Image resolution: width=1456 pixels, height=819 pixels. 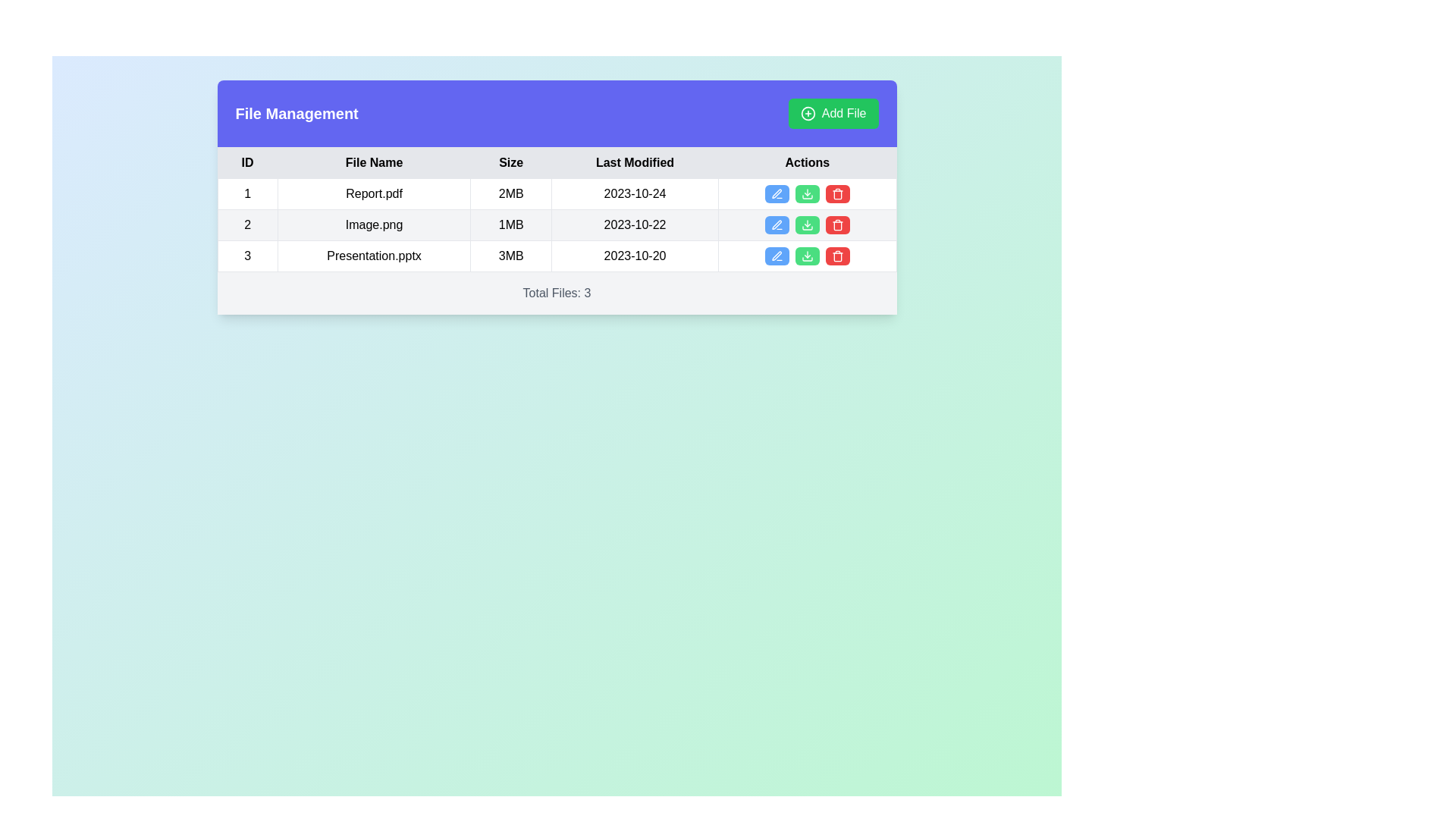 I want to click on the green download button located in the last row of the table under the 'Actions' column, which is positioned between the blue edit button and the red delete button, so click(x=806, y=256).